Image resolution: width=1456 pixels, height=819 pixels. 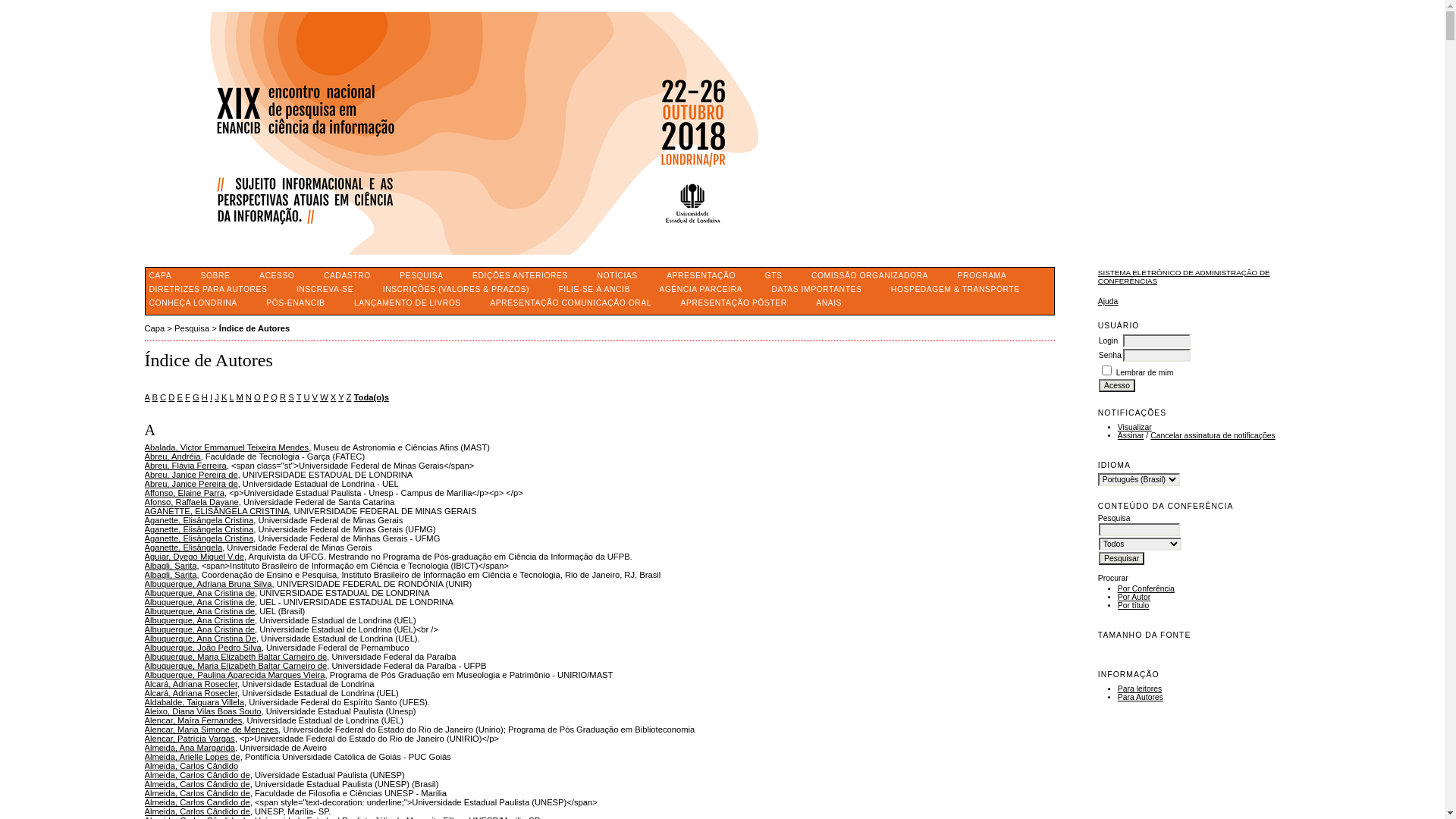 I want to click on 'B', so click(x=154, y=397).